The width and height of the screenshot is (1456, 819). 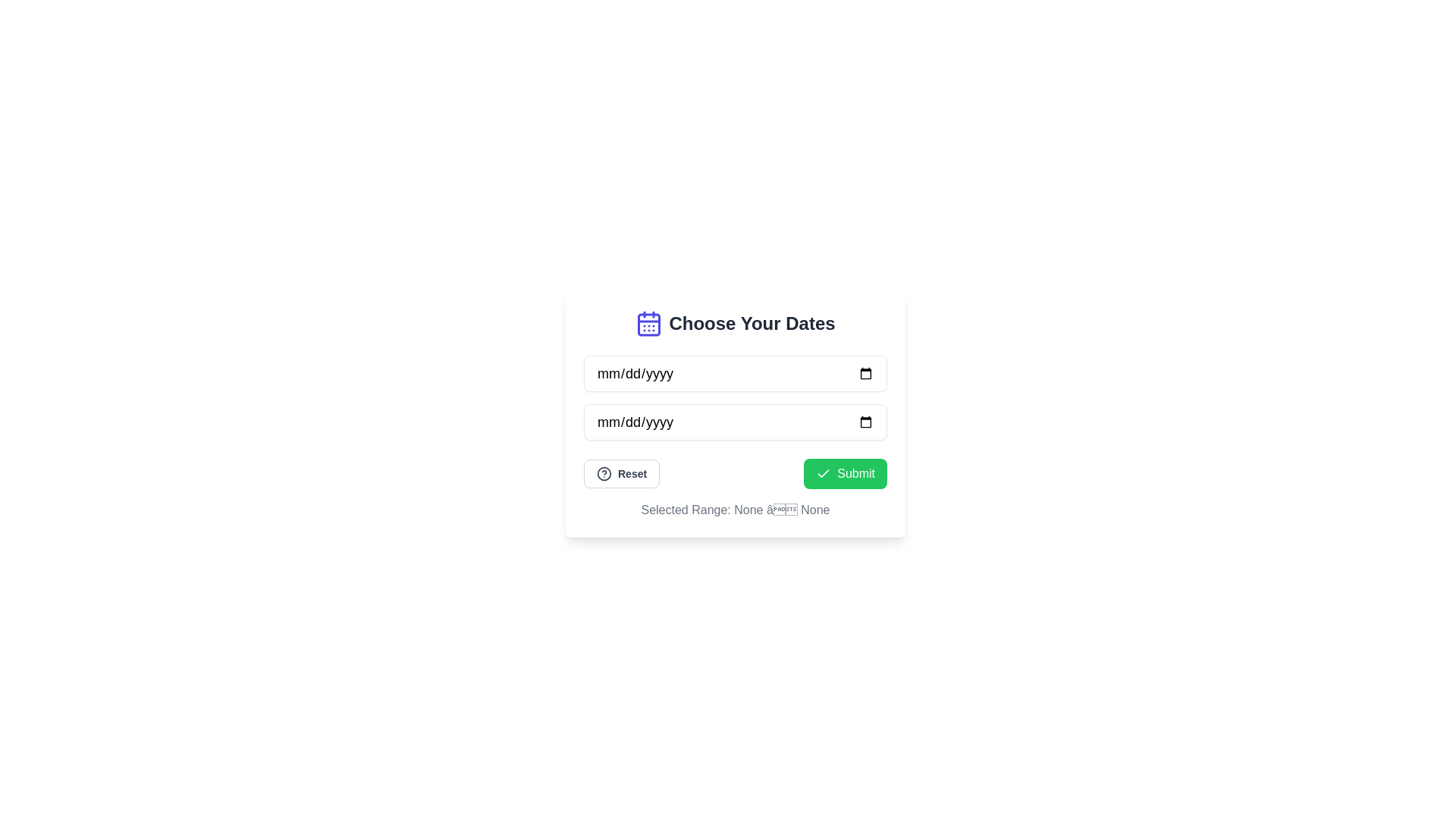 What do you see at coordinates (823, 472) in the screenshot?
I see `the green-colored 'Submit' button located at the bottom right of the card interface, which contains the checkmark icon styled with SVG format` at bounding box center [823, 472].